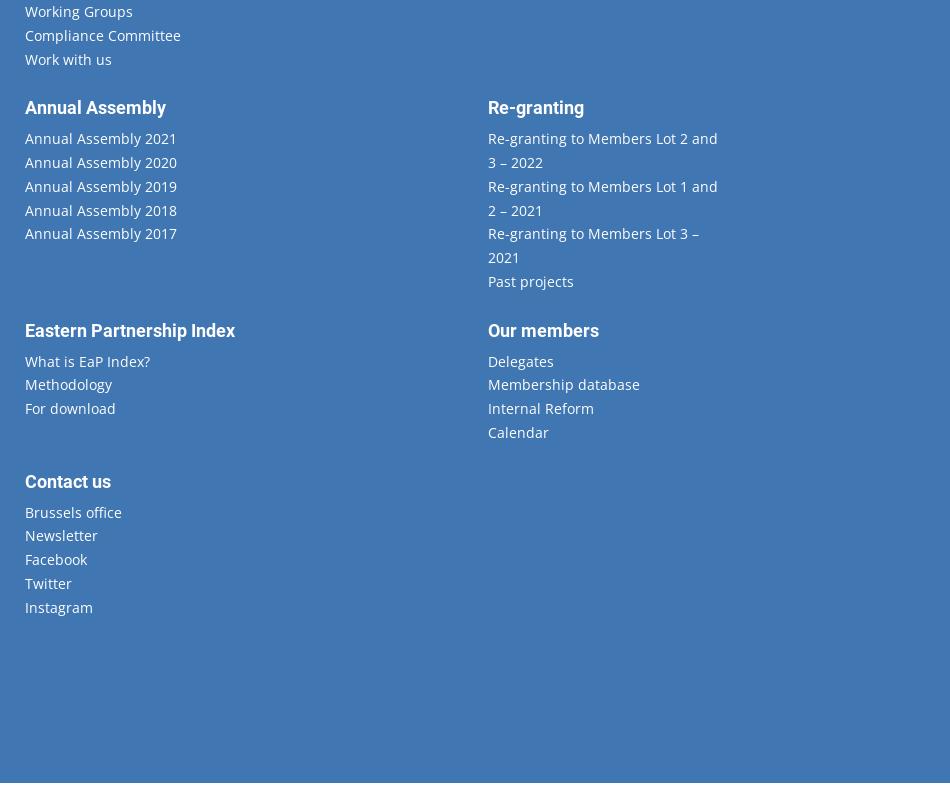  Describe the element at coordinates (517, 431) in the screenshot. I see `'Calendar'` at that location.